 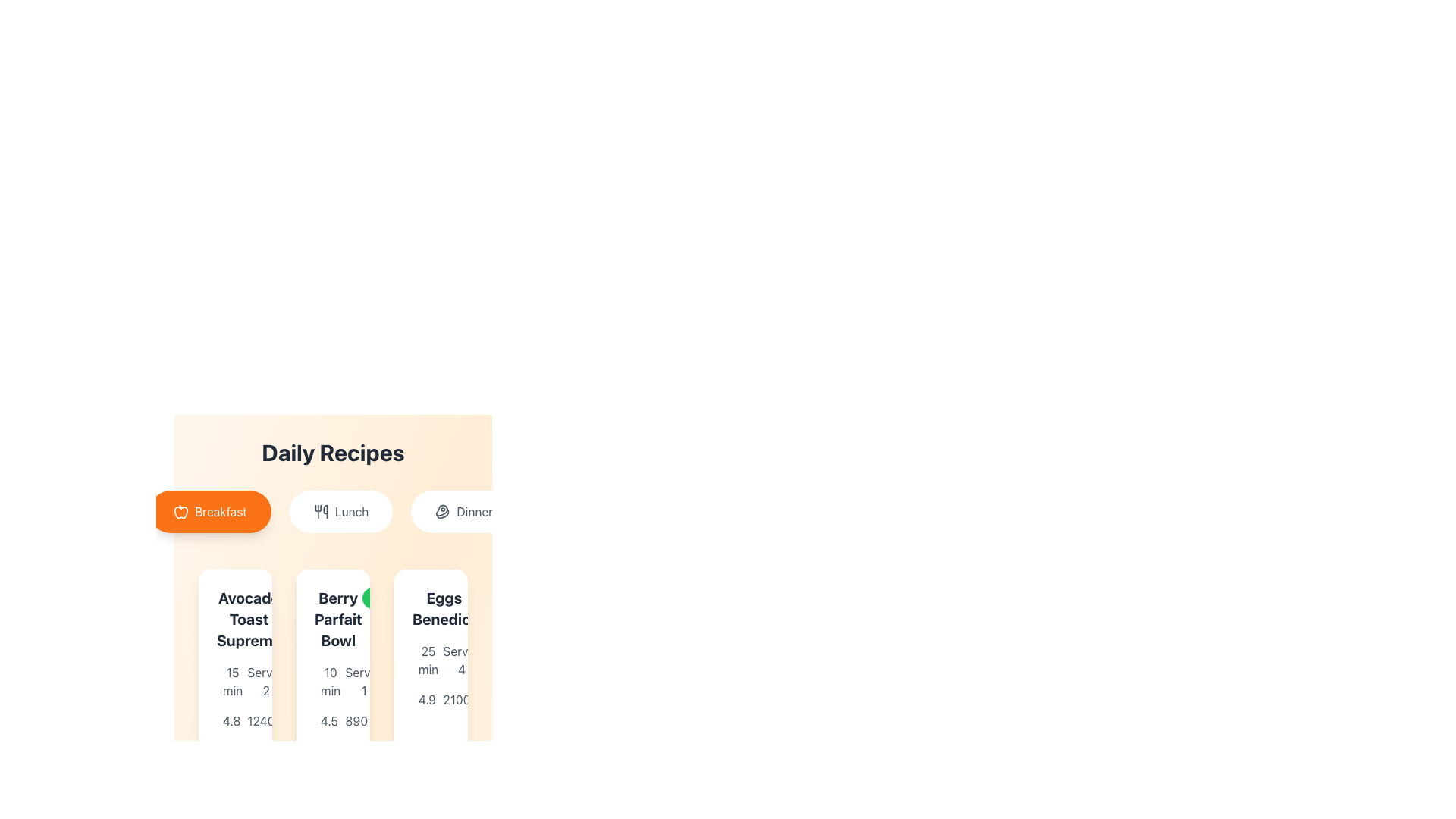 What do you see at coordinates (430, 607) in the screenshot?
I see `the 'Eggs Benedict' text element with the 'Medium' label in the third recipe card to emphasize it` at bounding box center [430, 607].